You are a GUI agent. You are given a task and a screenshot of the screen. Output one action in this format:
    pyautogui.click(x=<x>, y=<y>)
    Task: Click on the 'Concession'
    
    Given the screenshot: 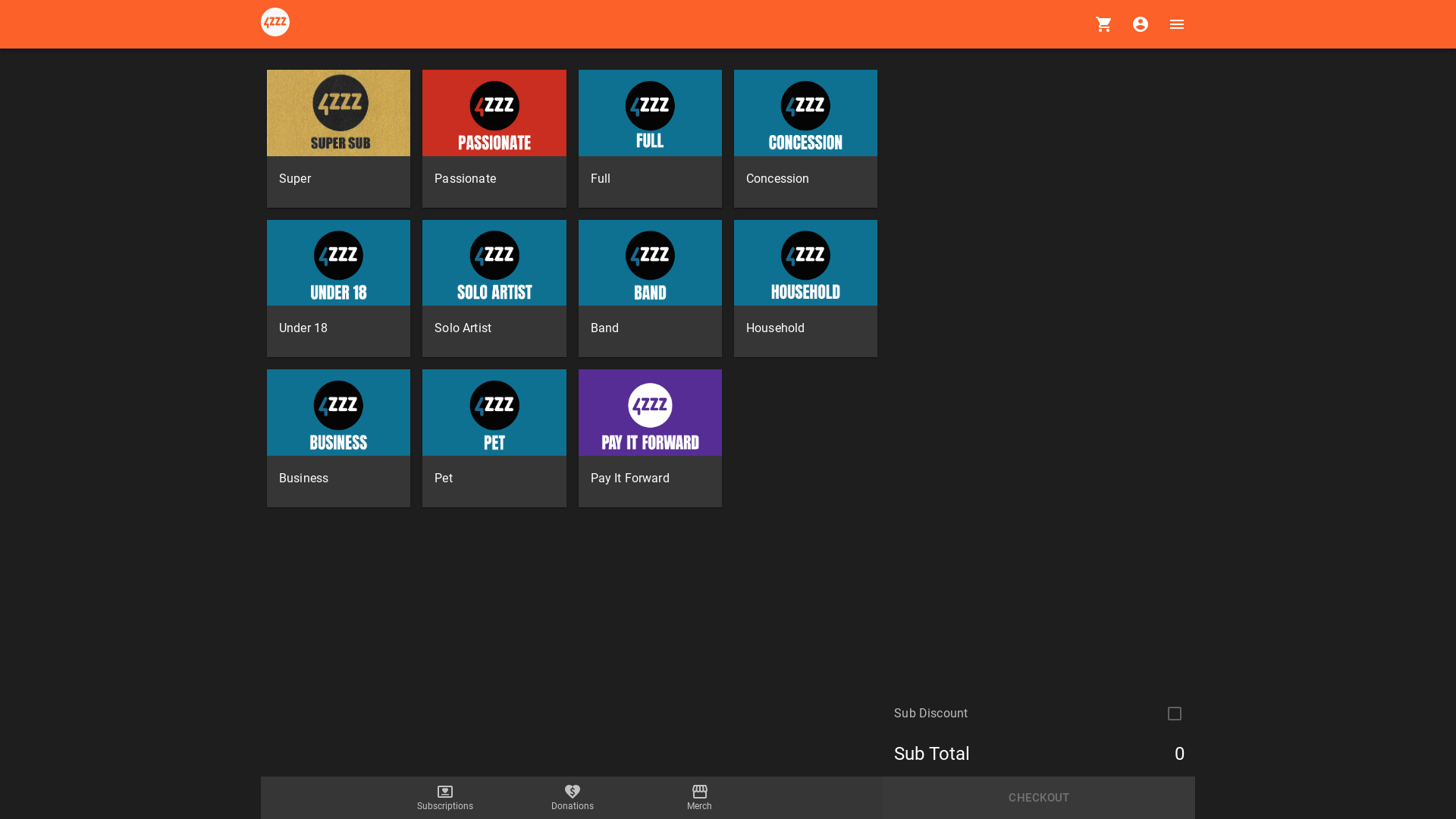 What is the action you would take?
    pyautogui.click(x=805, y=138)
    